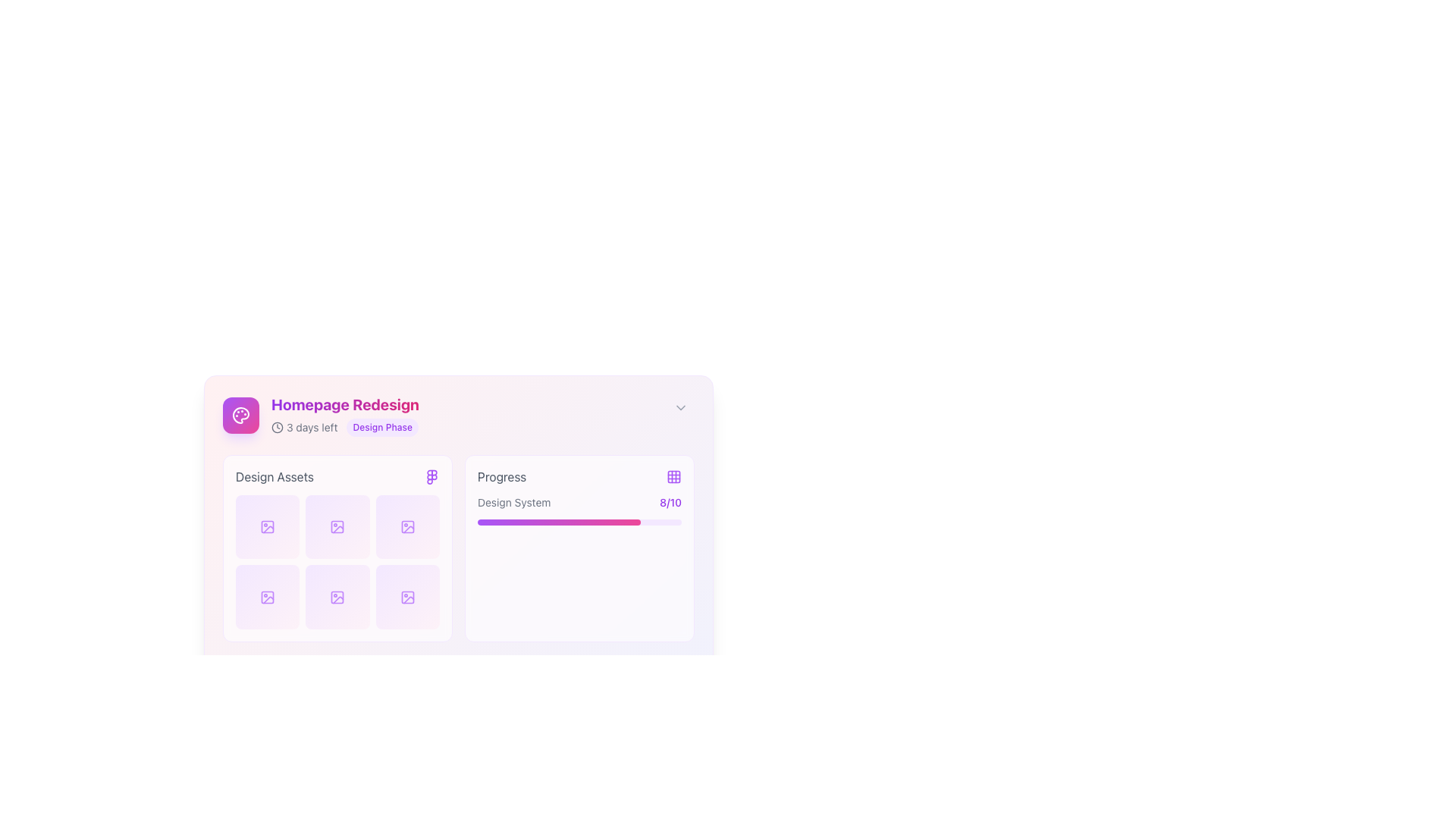 This screenshot has height=819, width=1456. I want to click on the Information display element that shows project metadata for the 'Homepage Redesign' project, so click(344, 427).